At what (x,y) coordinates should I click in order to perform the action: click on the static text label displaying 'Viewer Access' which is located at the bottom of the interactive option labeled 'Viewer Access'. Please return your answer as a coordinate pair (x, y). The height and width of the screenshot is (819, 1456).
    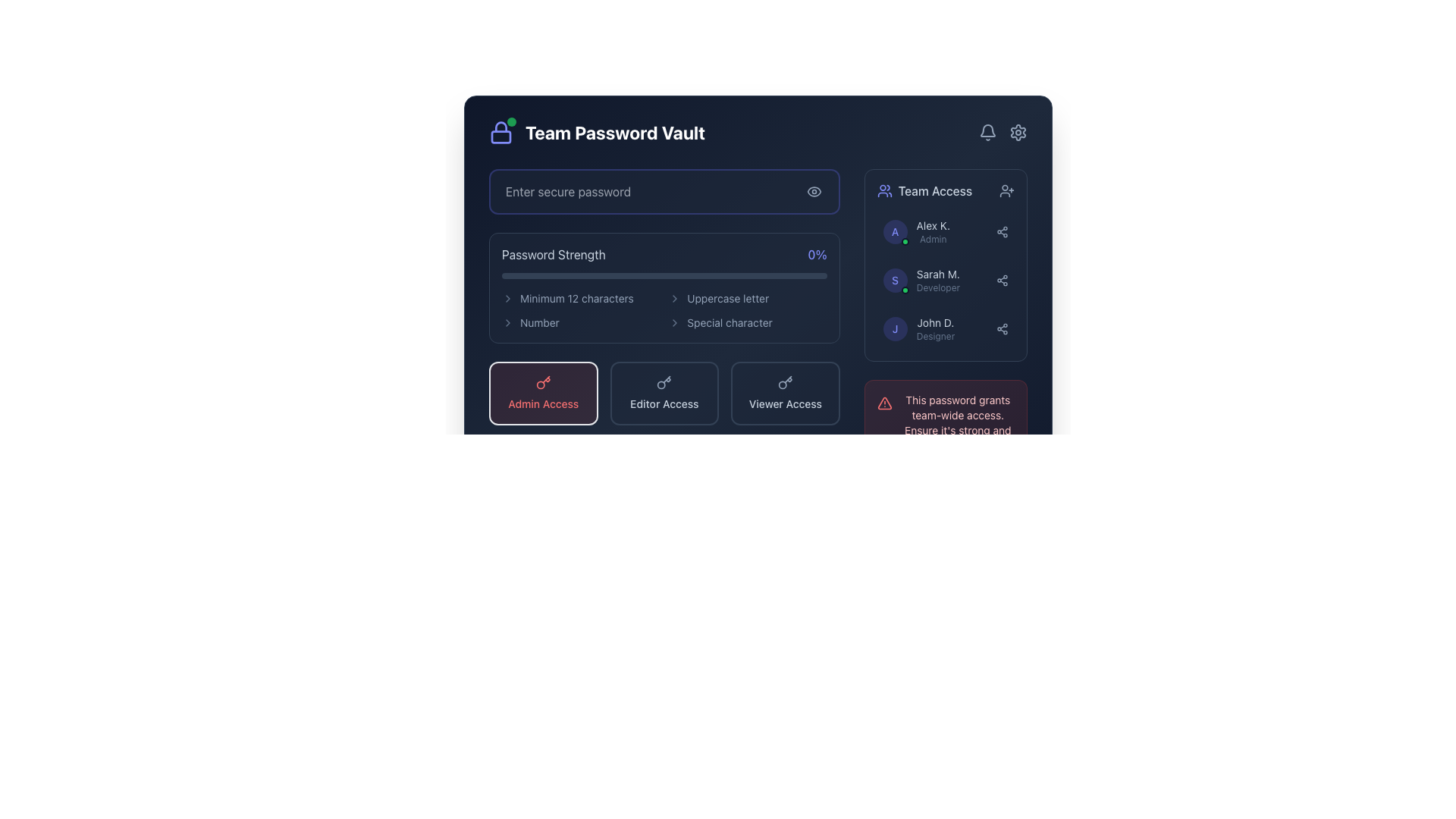
    Looking at the image, I should click on (785, 403).